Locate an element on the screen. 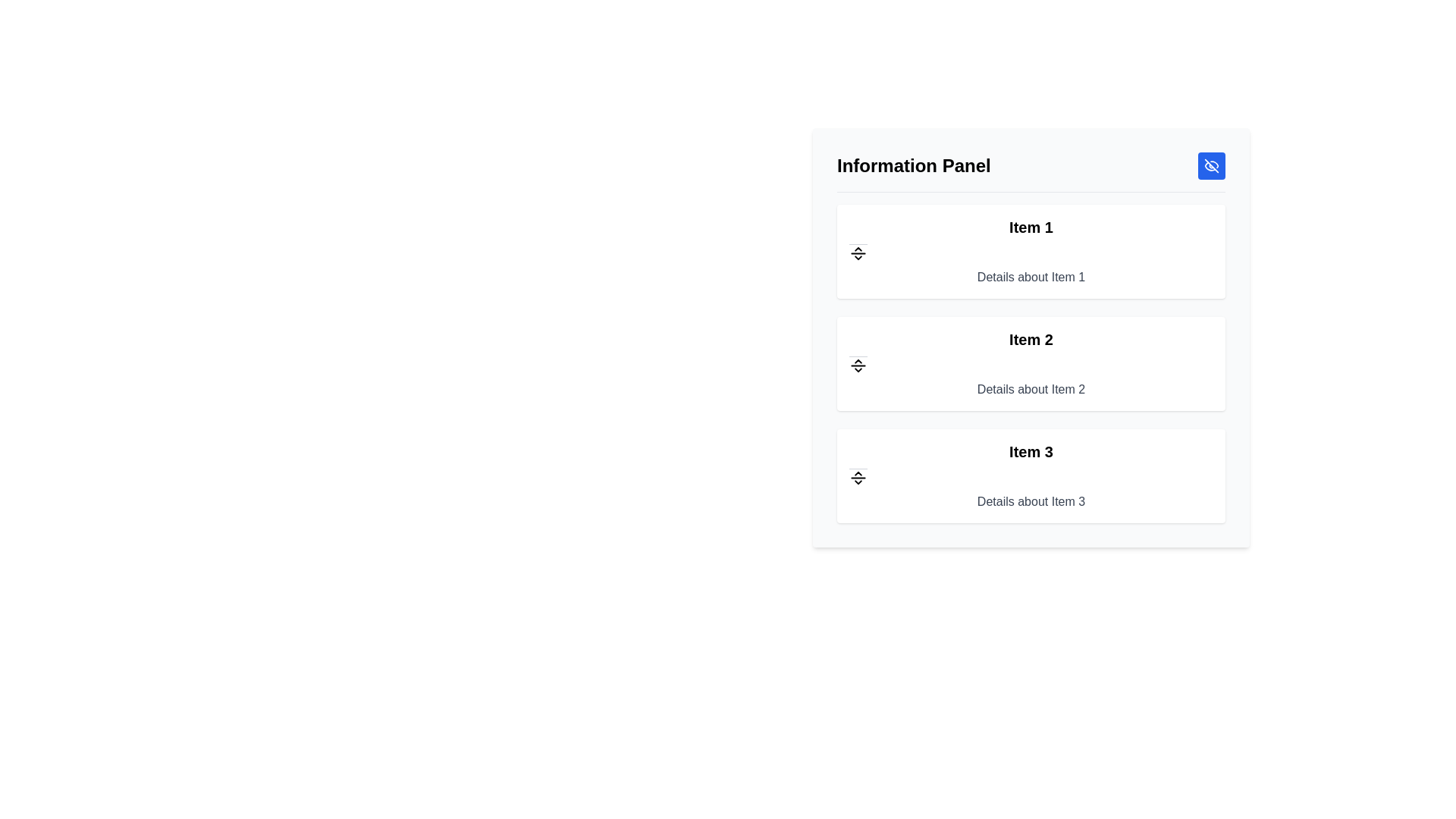 This screenshot has width=1456, height=819. the horizontal separator element located between 'Item 2' and 'Details about Item 2', which features an upward arrow above and a downward arrow below the horizontal line is located at coordinates (858, 366).